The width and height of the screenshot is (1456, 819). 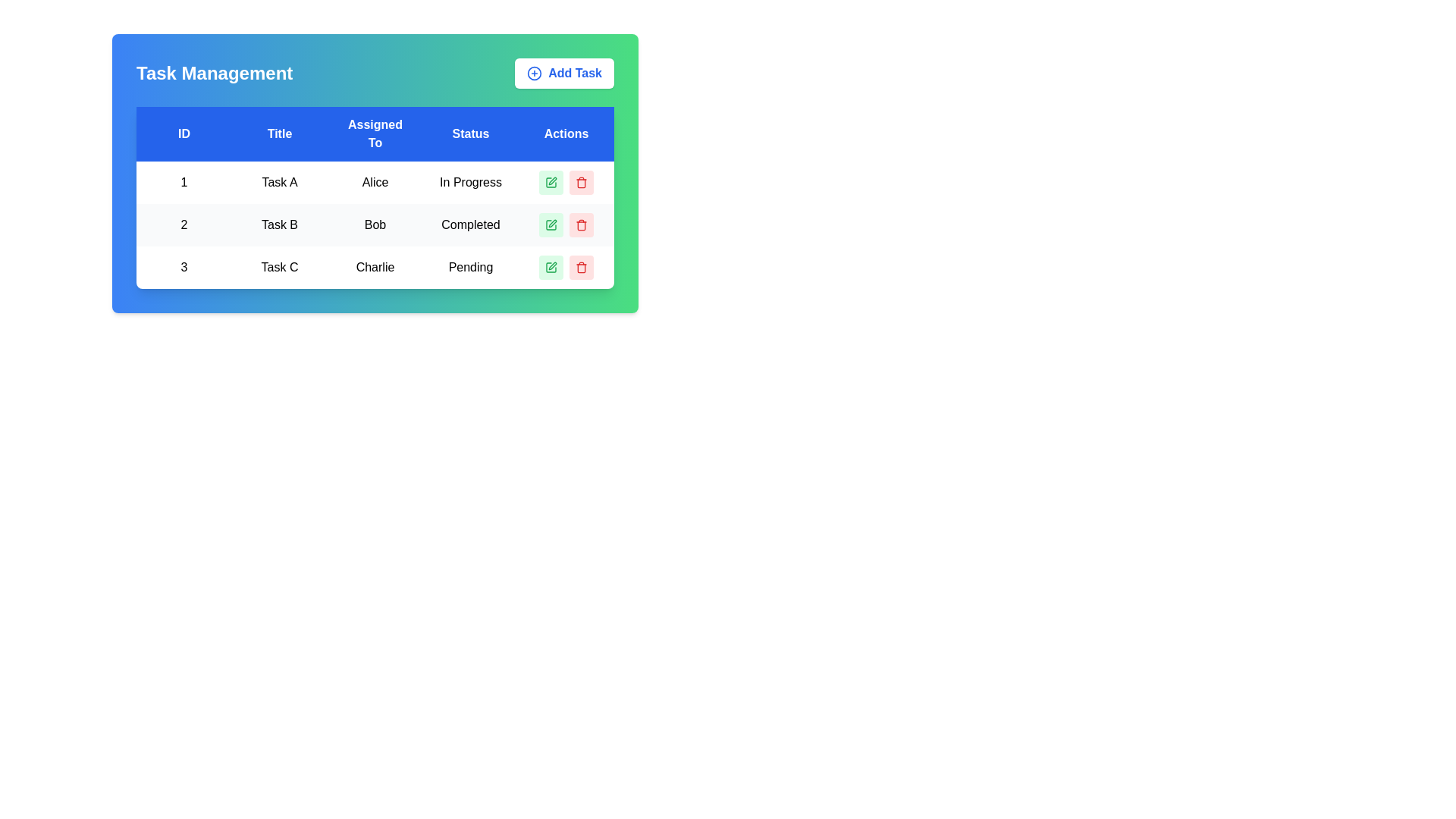 I want to click on the first cell in the third row of the table under the 'ID' column, so click(x=184, y=267).